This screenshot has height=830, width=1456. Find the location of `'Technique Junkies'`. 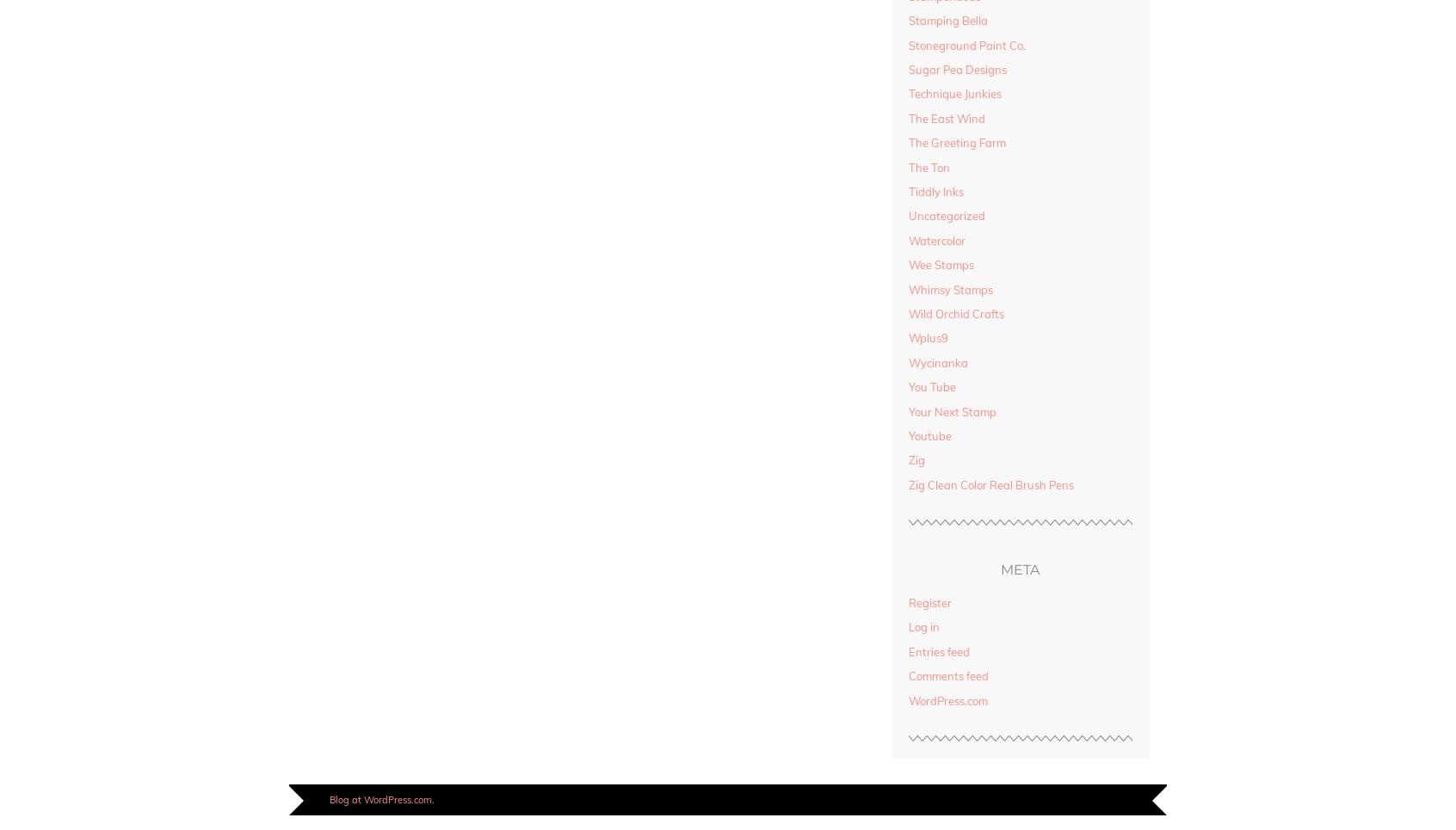

'Technique Junkies' is located at coordinates (953, 93).